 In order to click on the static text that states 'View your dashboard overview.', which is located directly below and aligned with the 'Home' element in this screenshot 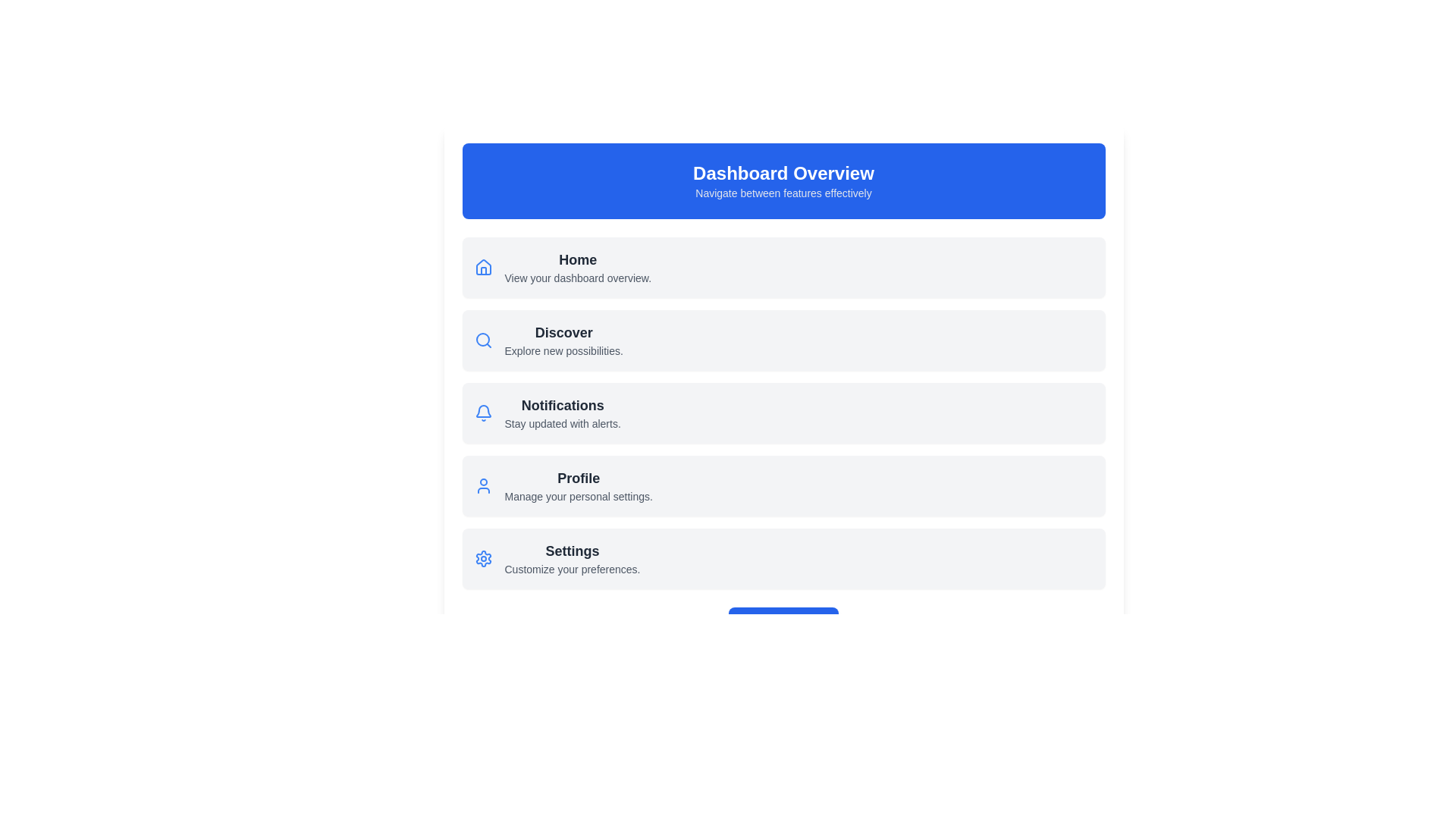, I will do `click(577, 278)`.